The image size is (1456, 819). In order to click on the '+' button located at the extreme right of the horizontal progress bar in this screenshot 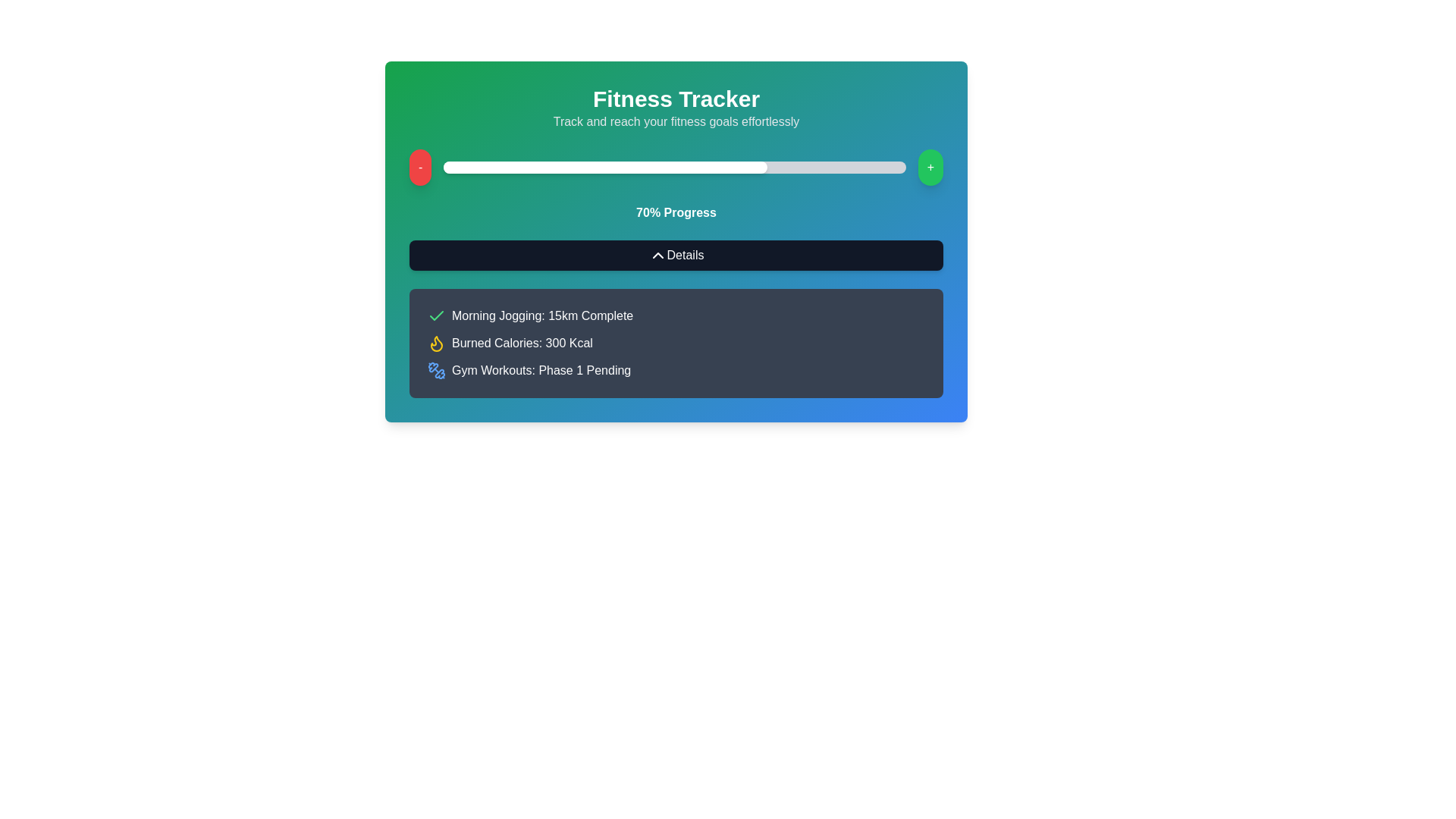, I will do `click(930, 167)`.